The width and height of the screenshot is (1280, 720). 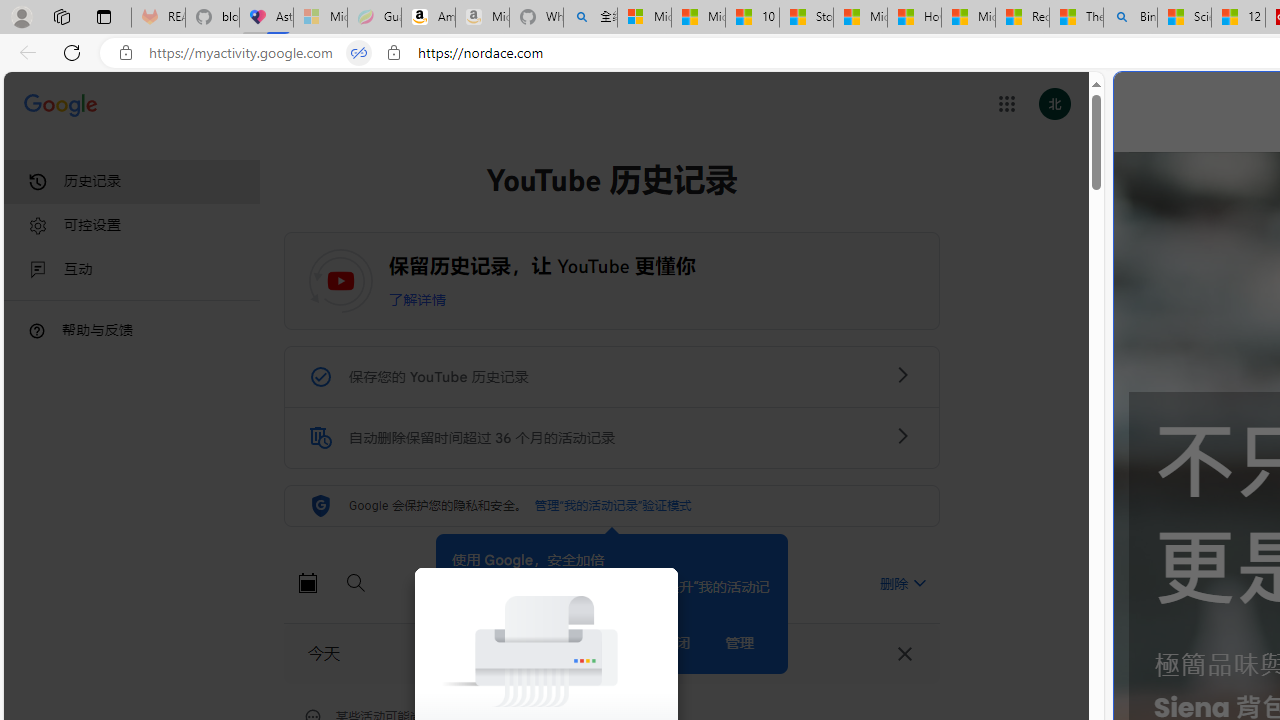 What do you see at coordinates (1130, 17) in the screenshot?
I see `'Bing'` at bounding box center [1130, 17].